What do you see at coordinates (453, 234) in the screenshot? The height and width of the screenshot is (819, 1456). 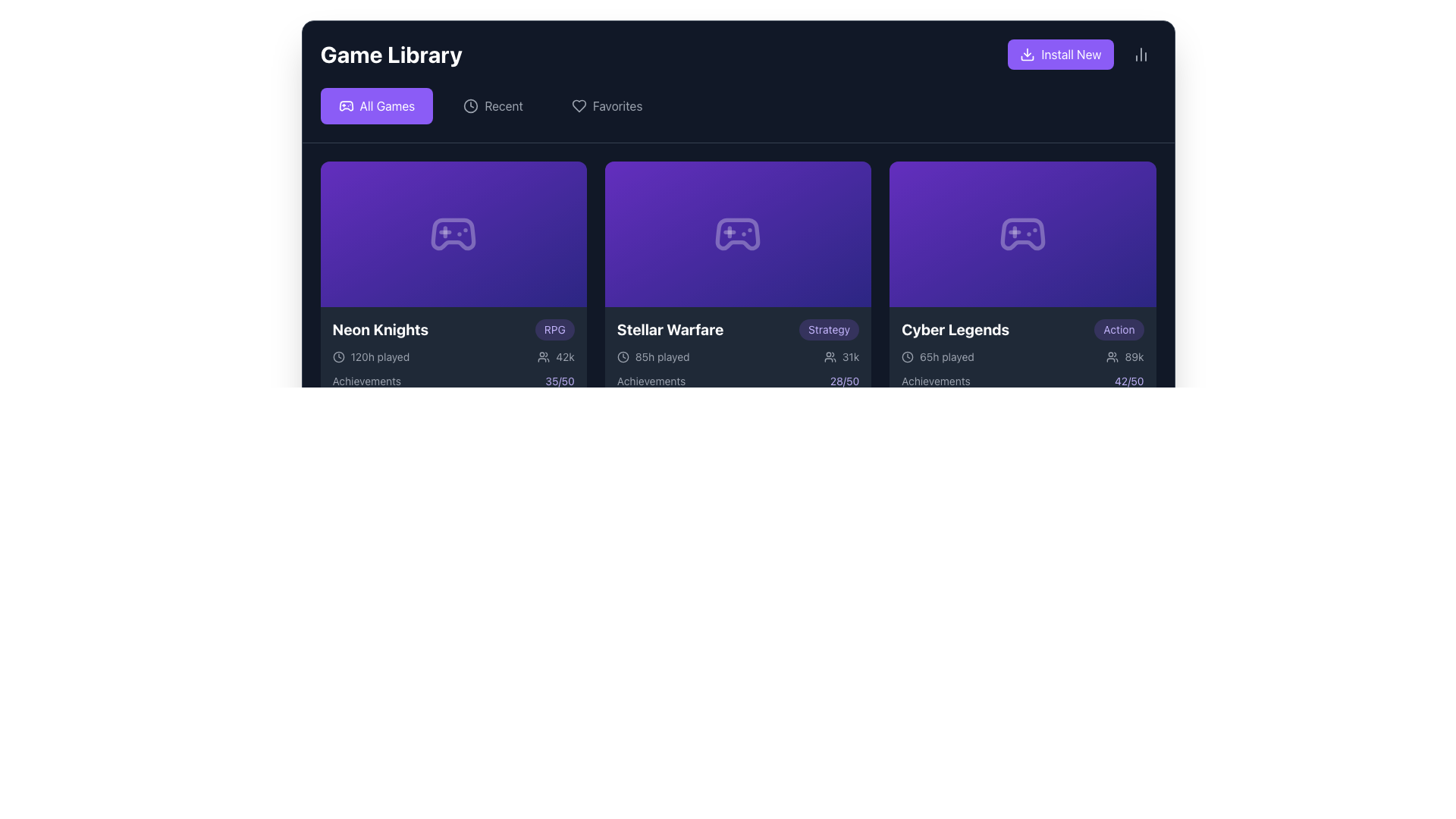 I see `the rectangular graphical component with a gradient background and a white game controller icon, located at the top section of the first card in a horizontal list of three cards` at bounding box center [453, 234].